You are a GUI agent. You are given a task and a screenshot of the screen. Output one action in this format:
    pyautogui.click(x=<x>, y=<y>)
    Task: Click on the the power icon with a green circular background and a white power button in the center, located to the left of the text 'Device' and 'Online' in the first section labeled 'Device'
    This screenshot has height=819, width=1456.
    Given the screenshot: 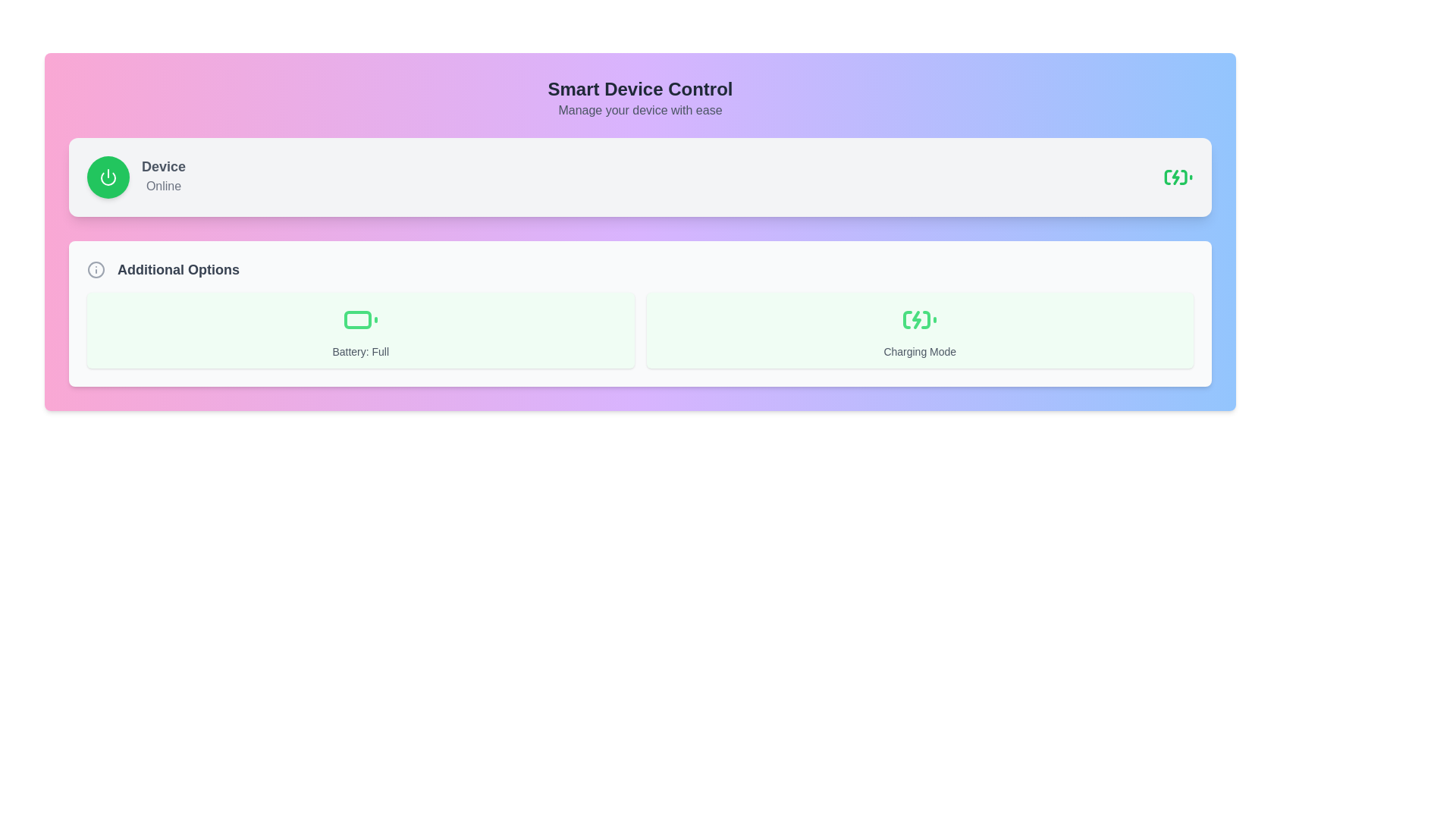 What is the action you would take?
    pyautogui.click(x=108, y=177)
    